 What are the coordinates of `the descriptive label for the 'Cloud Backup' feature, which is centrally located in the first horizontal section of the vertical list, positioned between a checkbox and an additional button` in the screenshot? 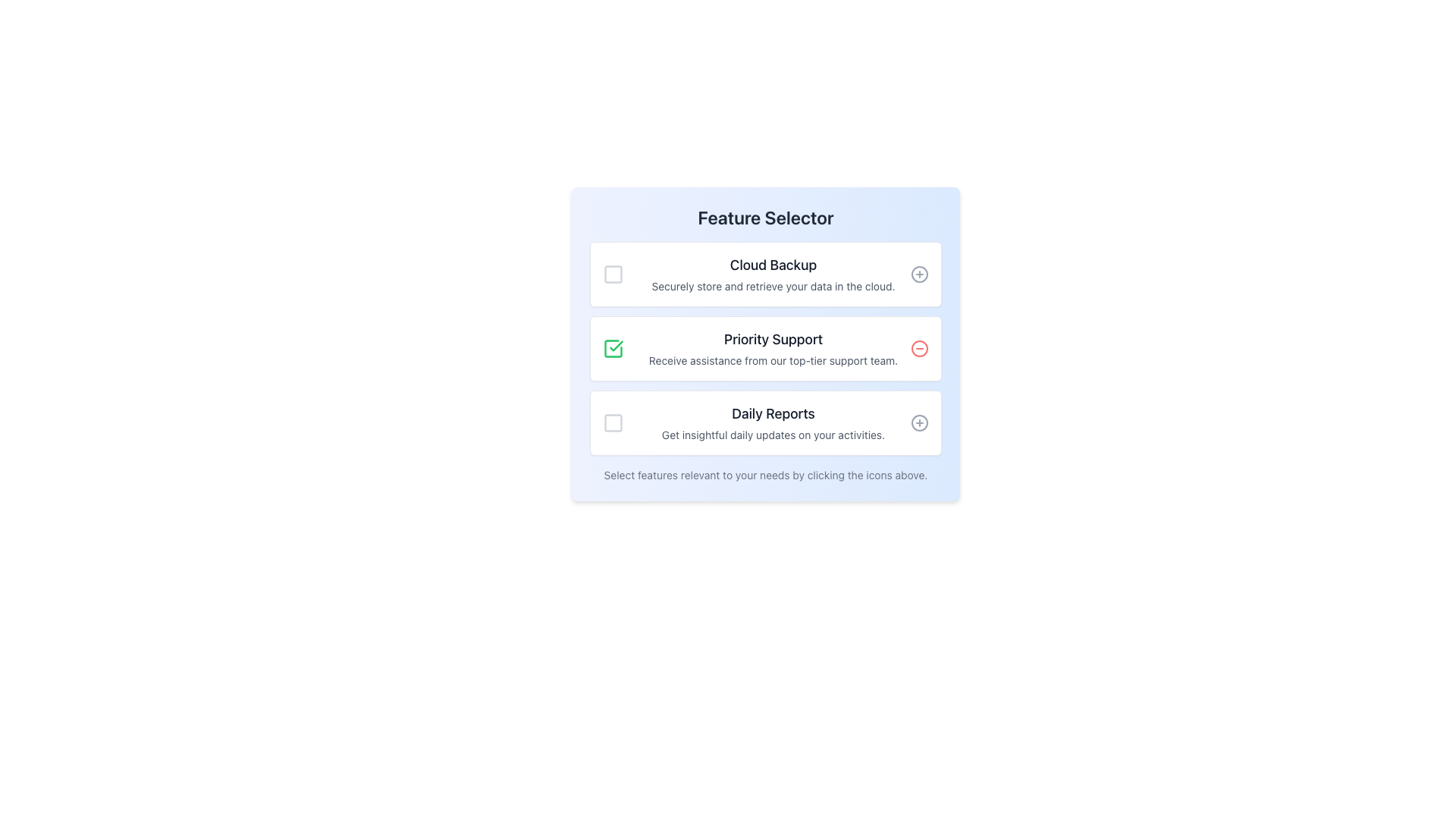 It's located at (773, 275).